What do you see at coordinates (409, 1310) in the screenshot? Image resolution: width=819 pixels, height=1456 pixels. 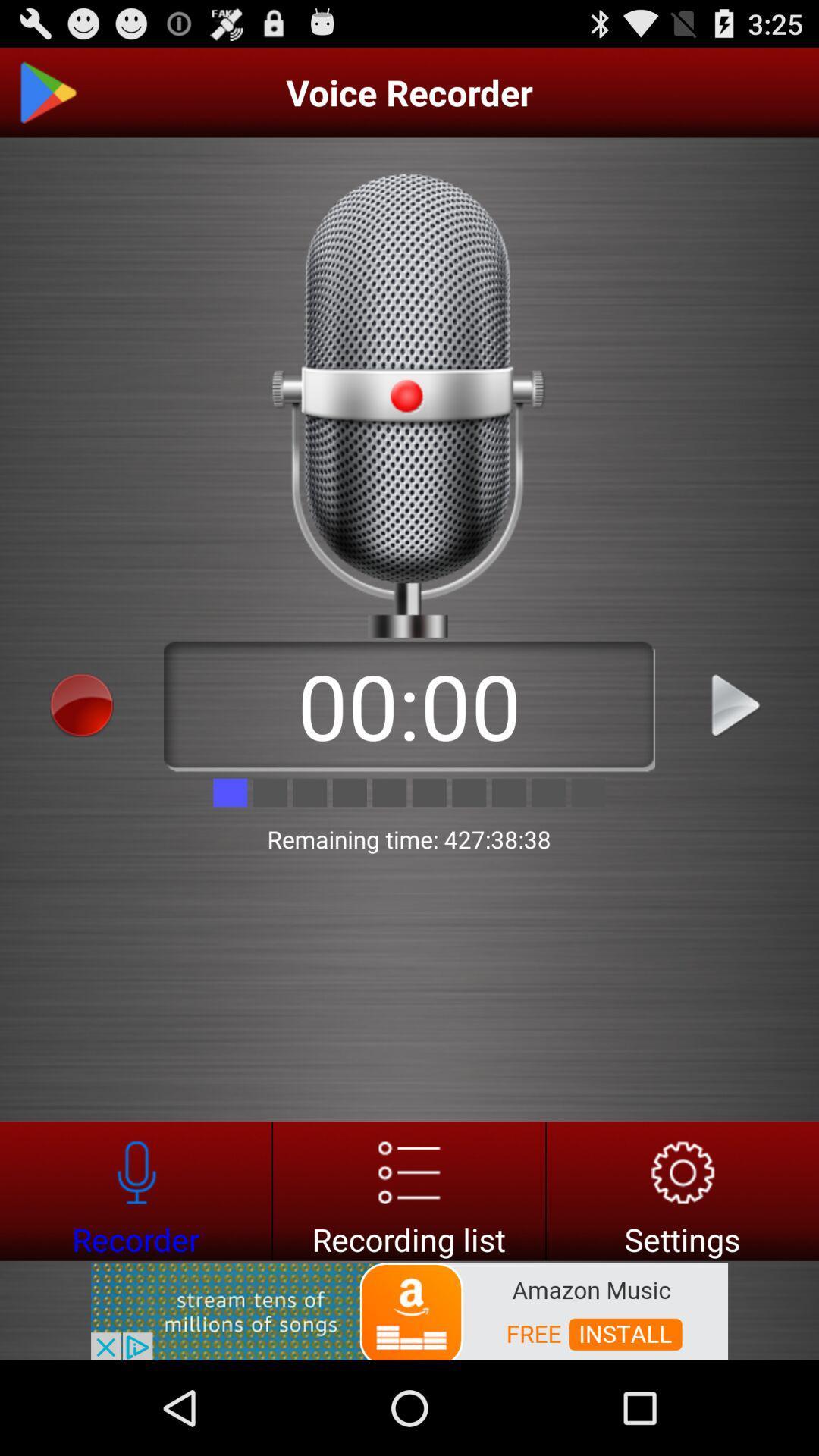 I see `amazon music` at bounding box center [409, 1310].